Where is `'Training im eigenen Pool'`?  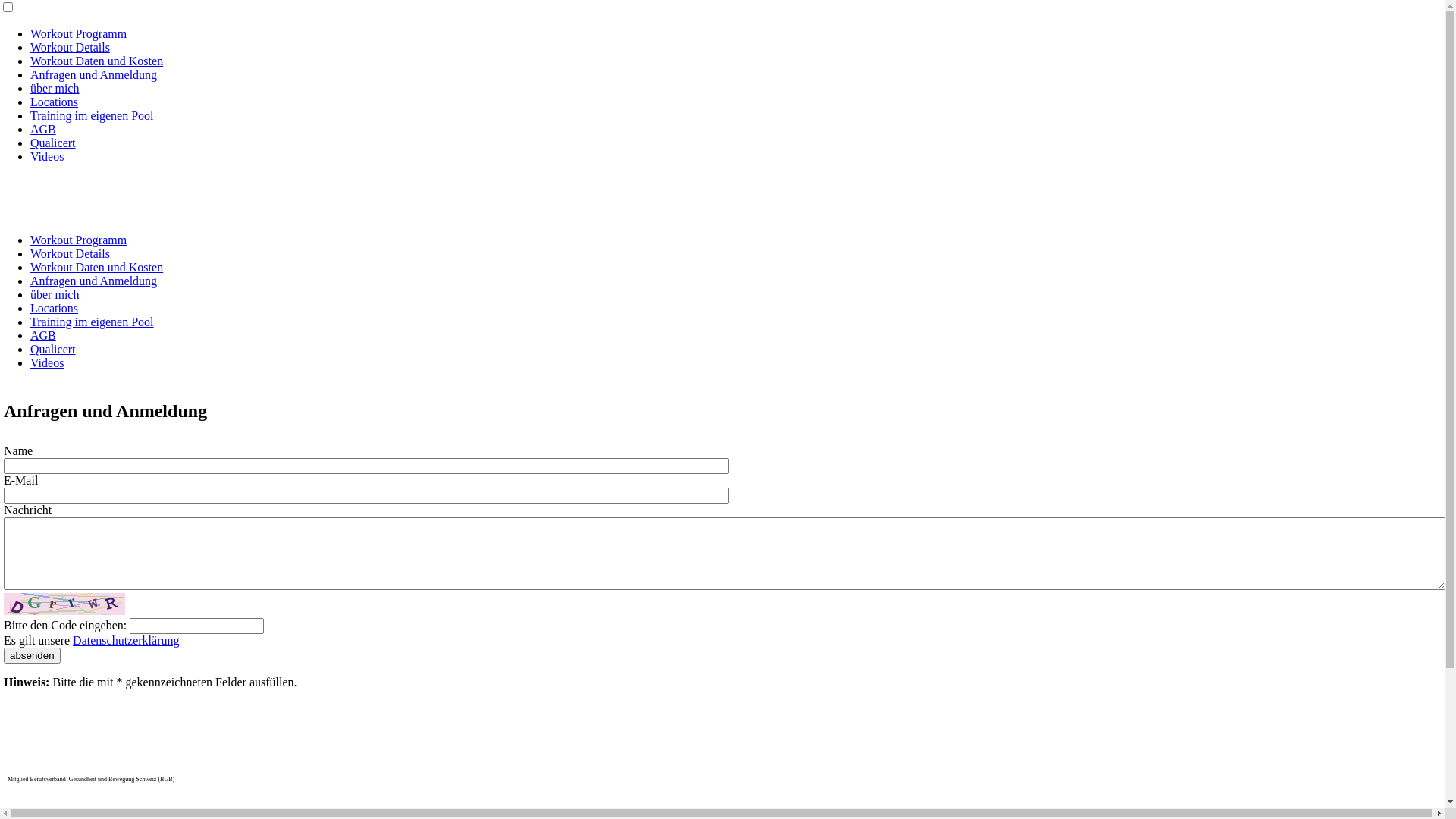 'Training im eigenen Pool' is located at coordinates (91, 115).